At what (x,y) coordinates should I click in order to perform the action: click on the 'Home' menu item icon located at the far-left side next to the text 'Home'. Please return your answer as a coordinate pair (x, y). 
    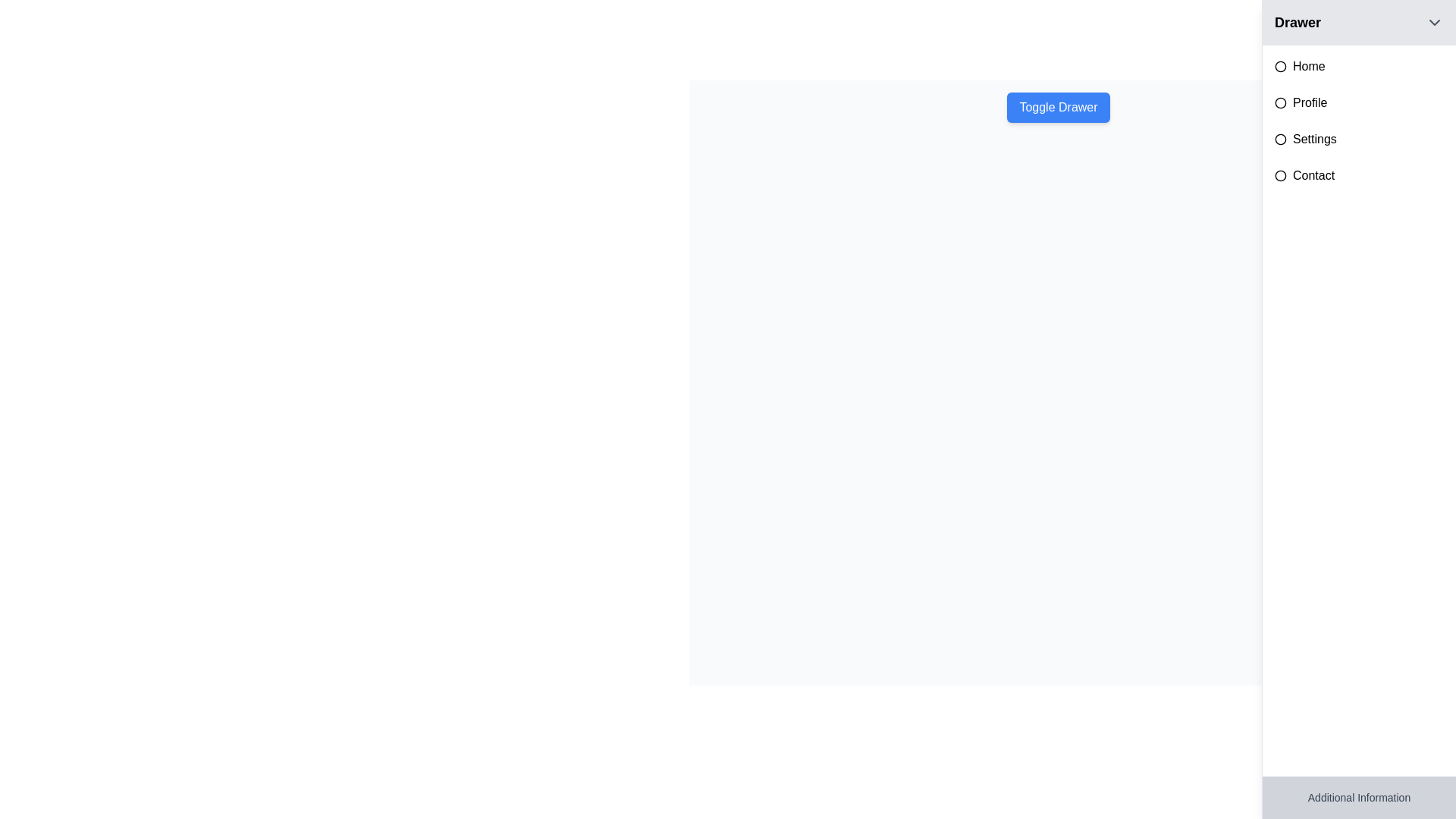
    Looking at the image, I should click on (1280, 66).